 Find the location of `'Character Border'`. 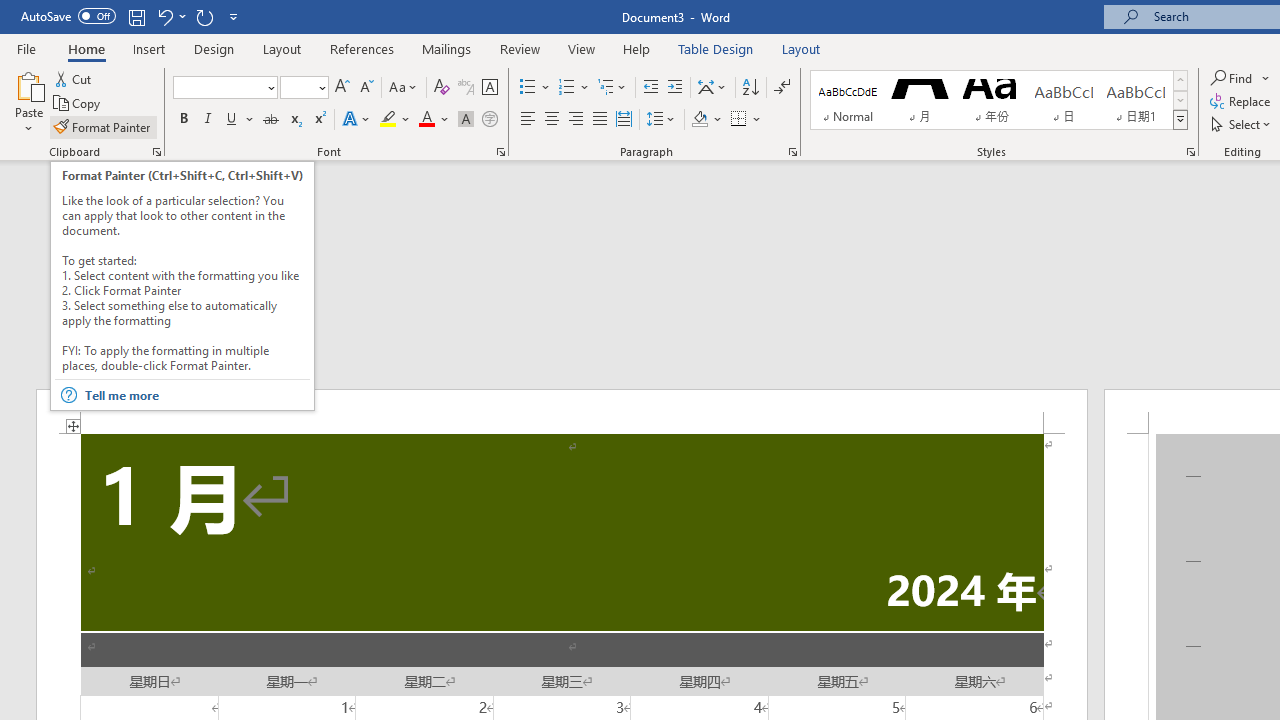

'Character Border' is located at coordinates (489, 86).